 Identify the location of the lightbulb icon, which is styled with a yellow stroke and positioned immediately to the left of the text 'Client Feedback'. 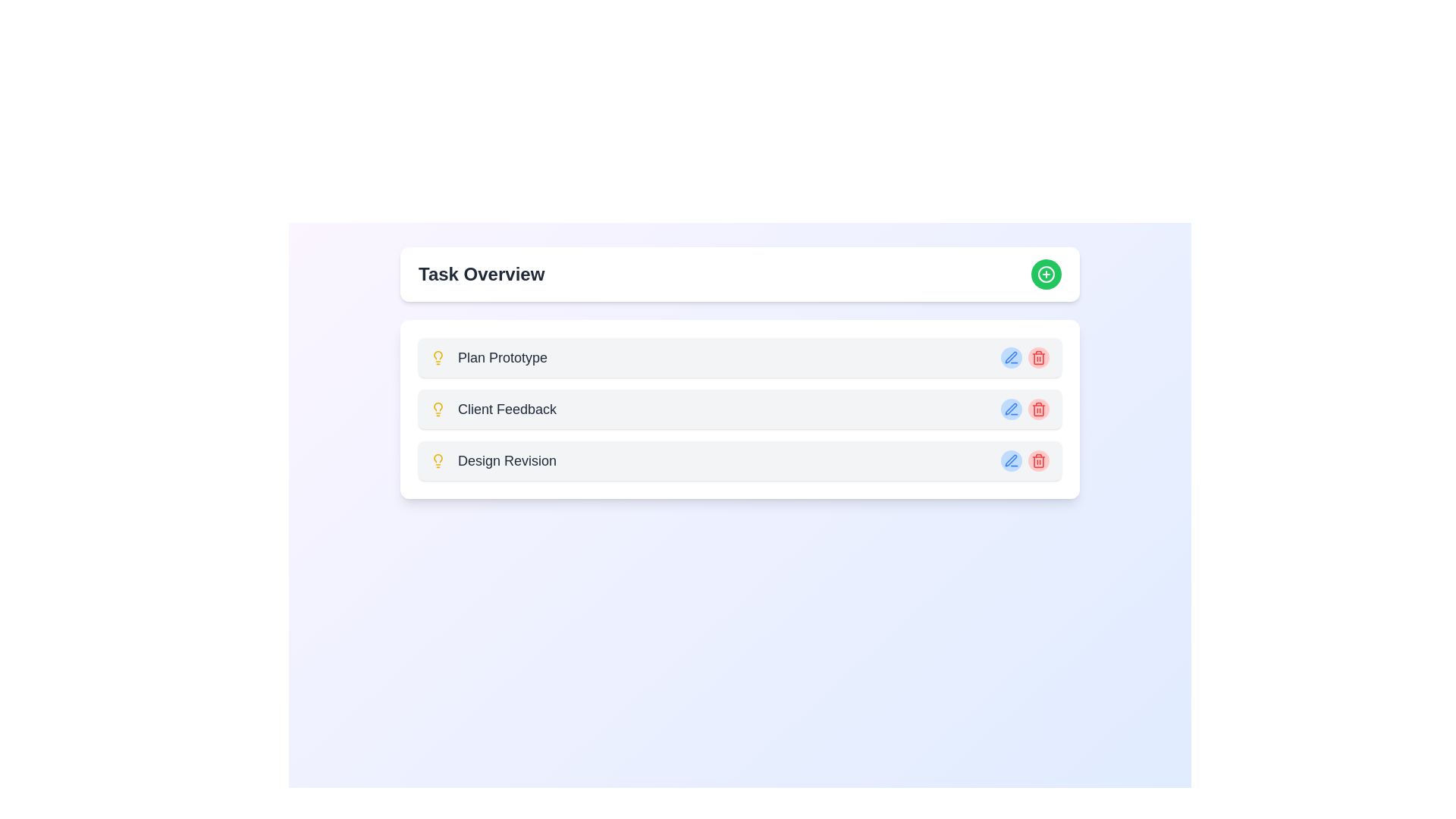
(437, 409).